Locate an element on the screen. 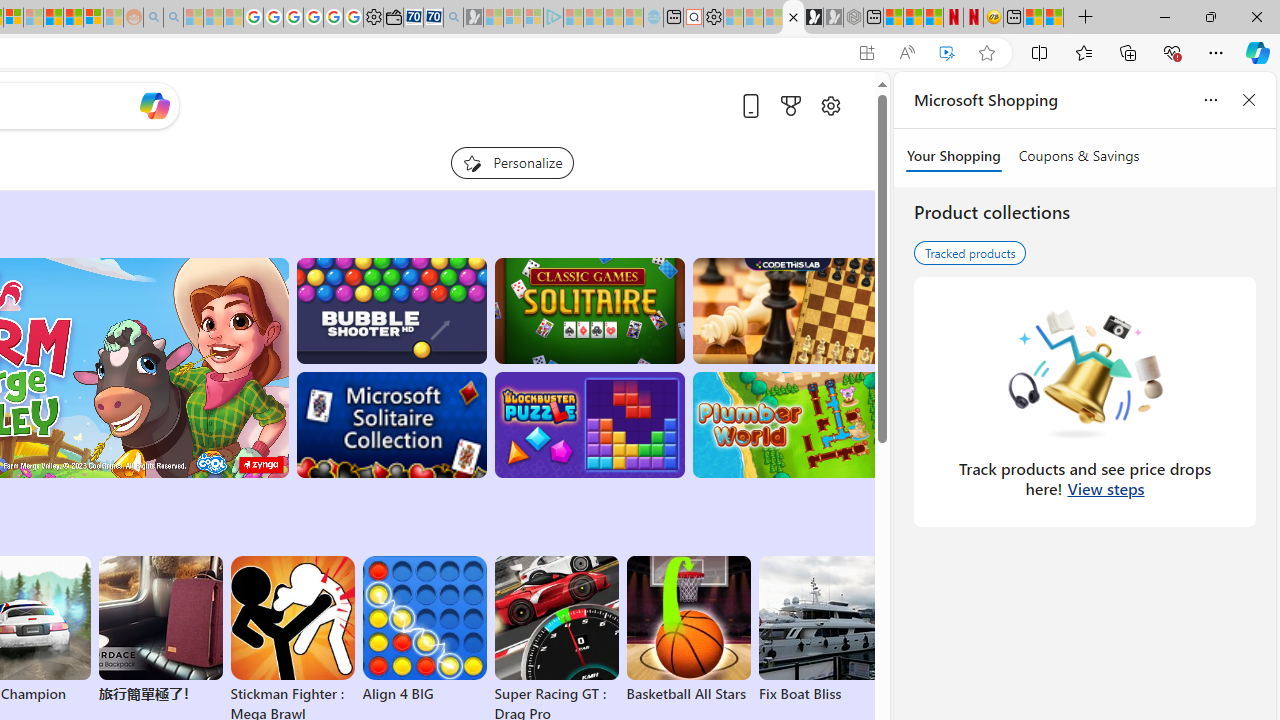  'Master Chess' is located at coordinates (786, 311).